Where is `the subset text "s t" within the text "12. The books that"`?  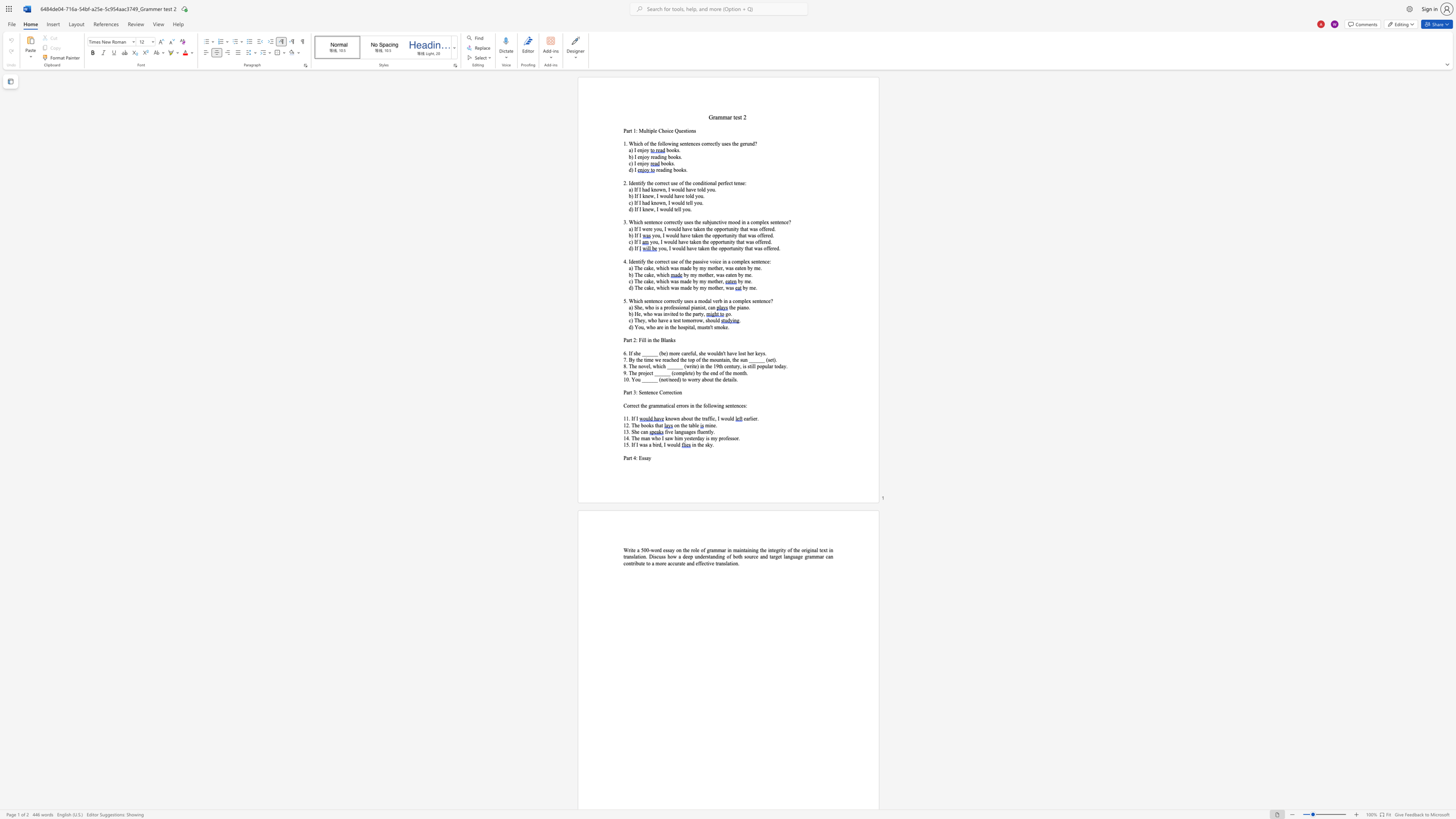
the subset text "s t" within the text "12. The books that" is located at coordinates (651, 425).